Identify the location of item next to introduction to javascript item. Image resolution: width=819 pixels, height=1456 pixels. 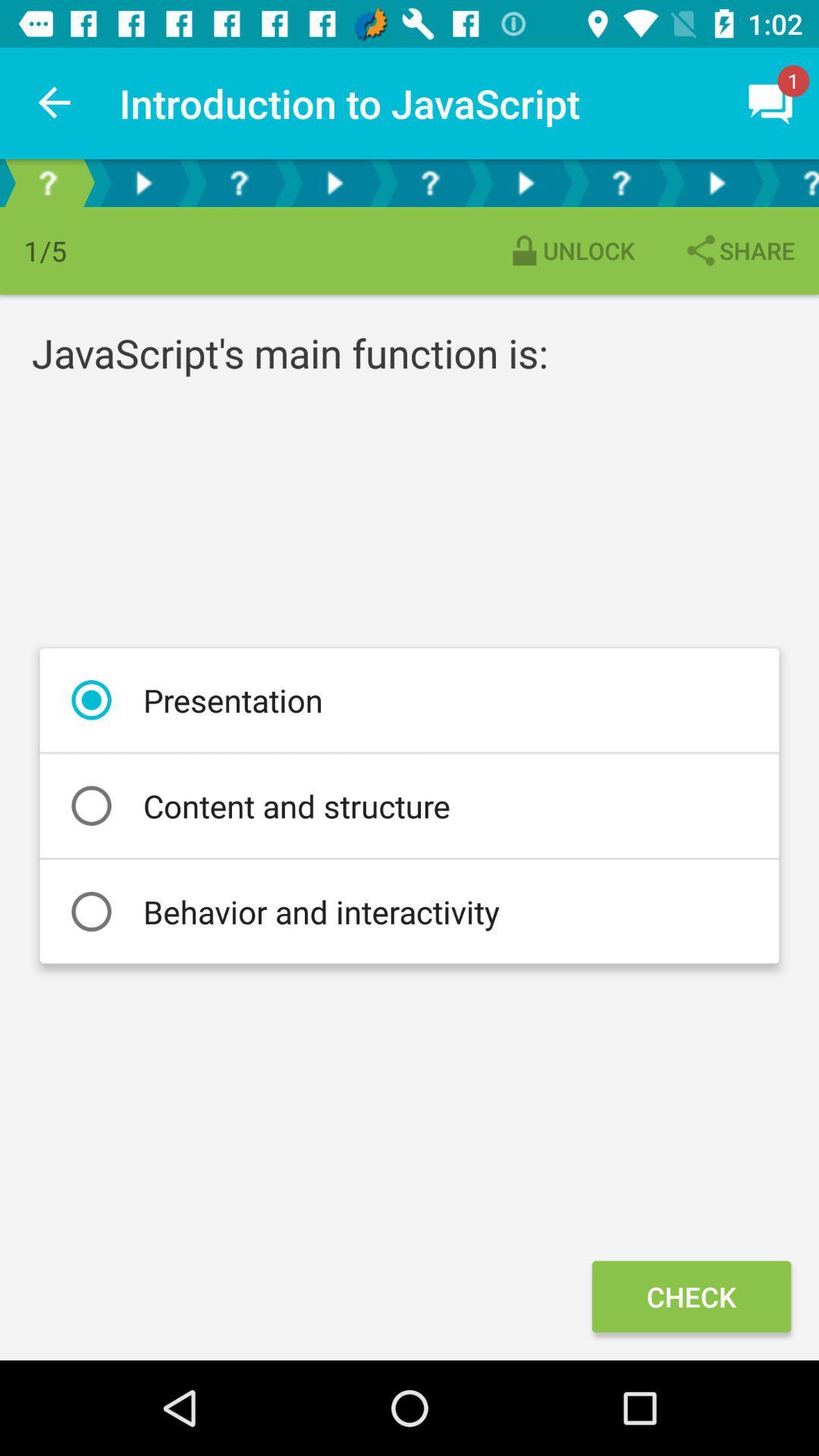
(55, 102).